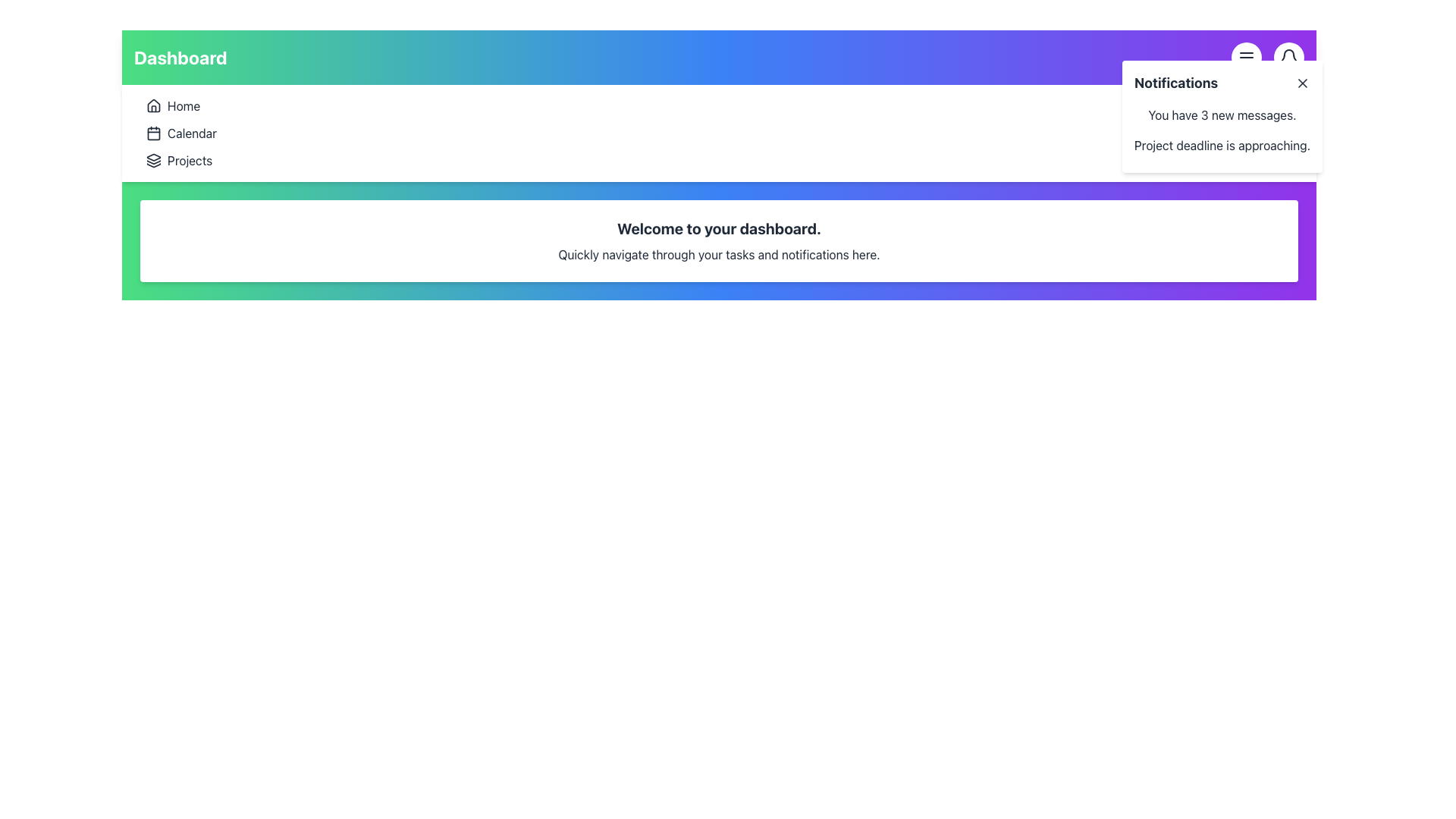  What do you see at coordinates (189, 161) in the screenshot?
I see `the text label for the Projects section located` at bounding box center [189, 161].